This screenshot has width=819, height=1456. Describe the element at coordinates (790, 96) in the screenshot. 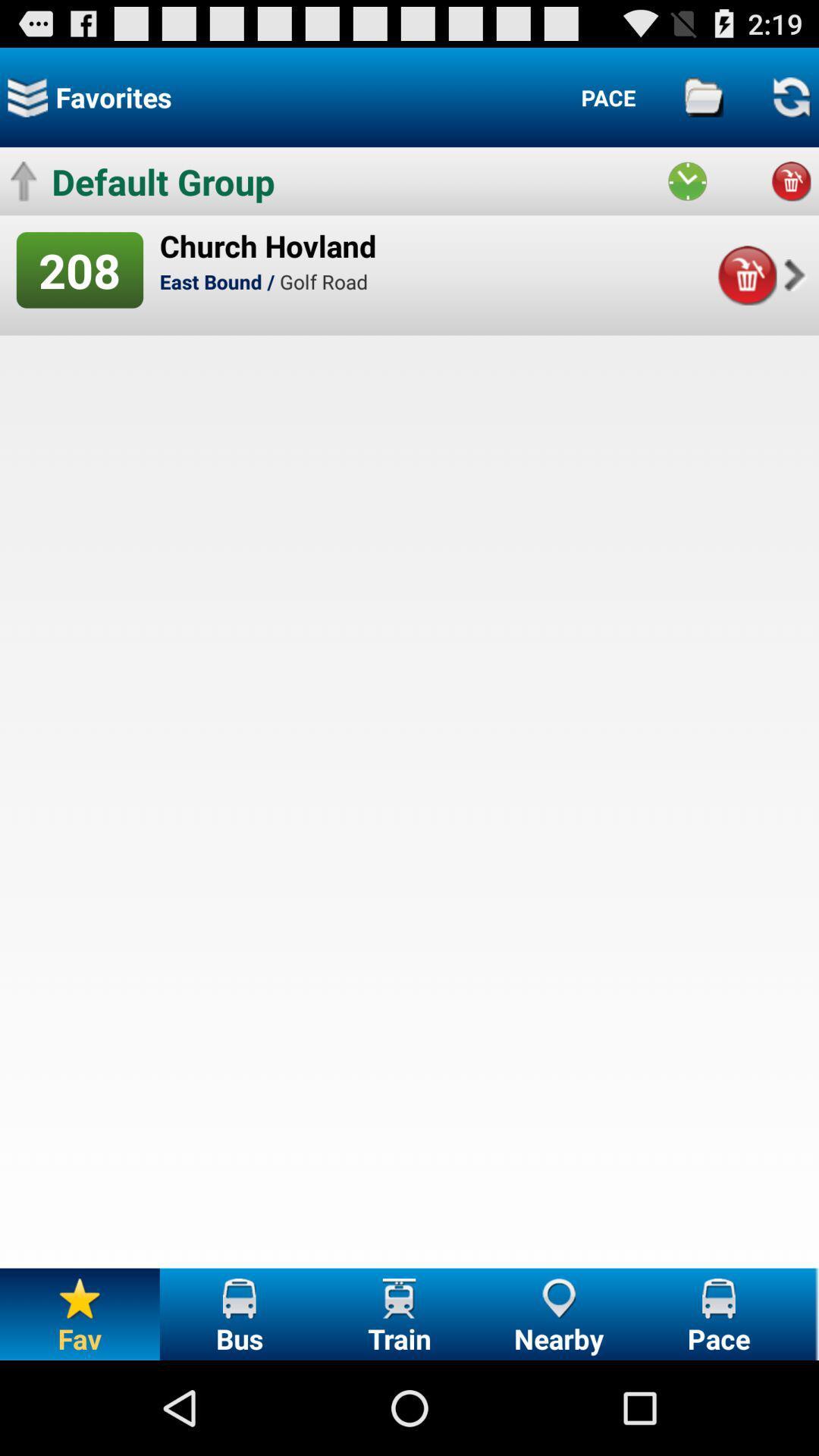

I see `refresh` at that location.